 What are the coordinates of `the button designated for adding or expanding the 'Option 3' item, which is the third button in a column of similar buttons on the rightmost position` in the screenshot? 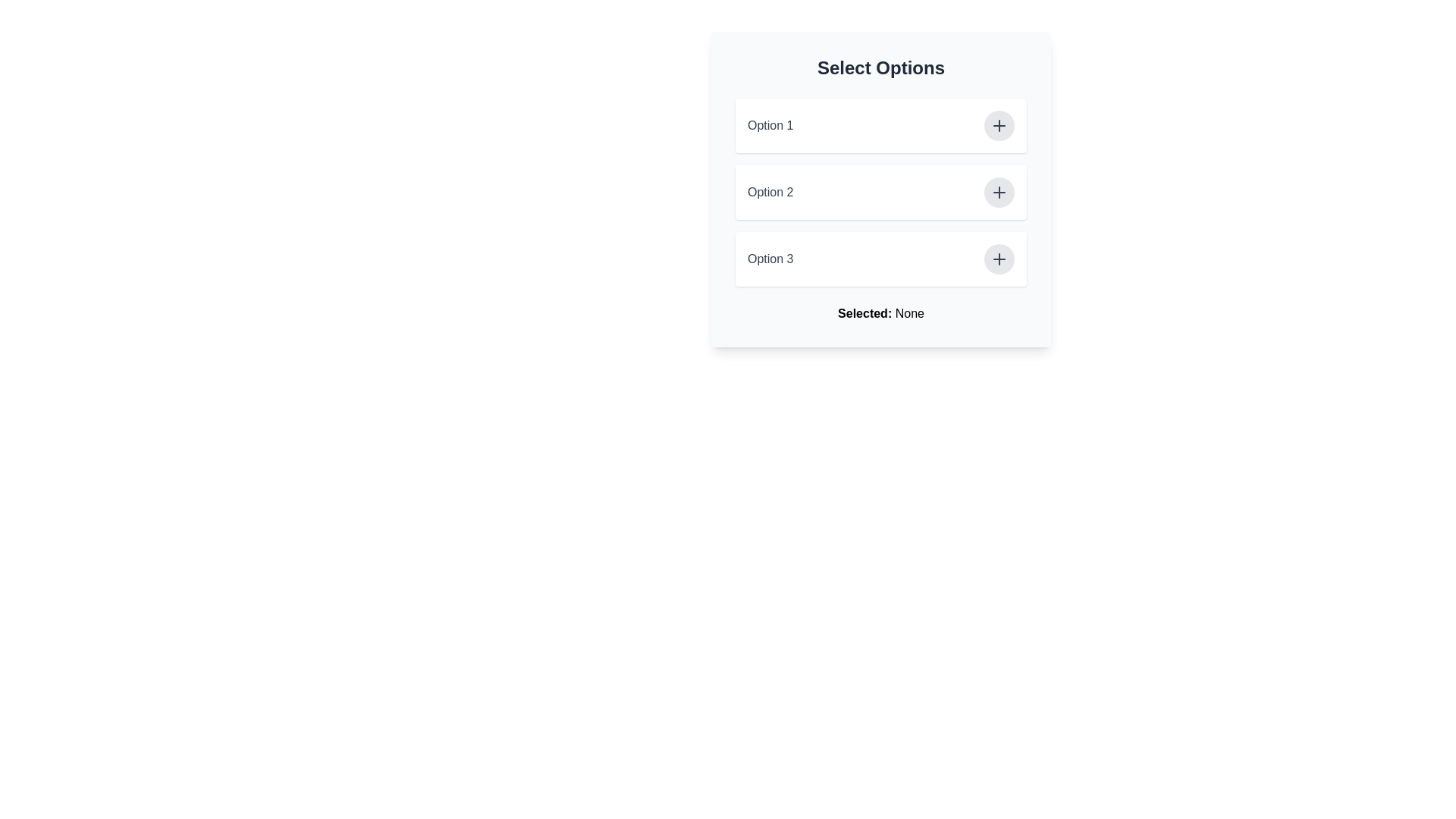 It's located at (999, 259).